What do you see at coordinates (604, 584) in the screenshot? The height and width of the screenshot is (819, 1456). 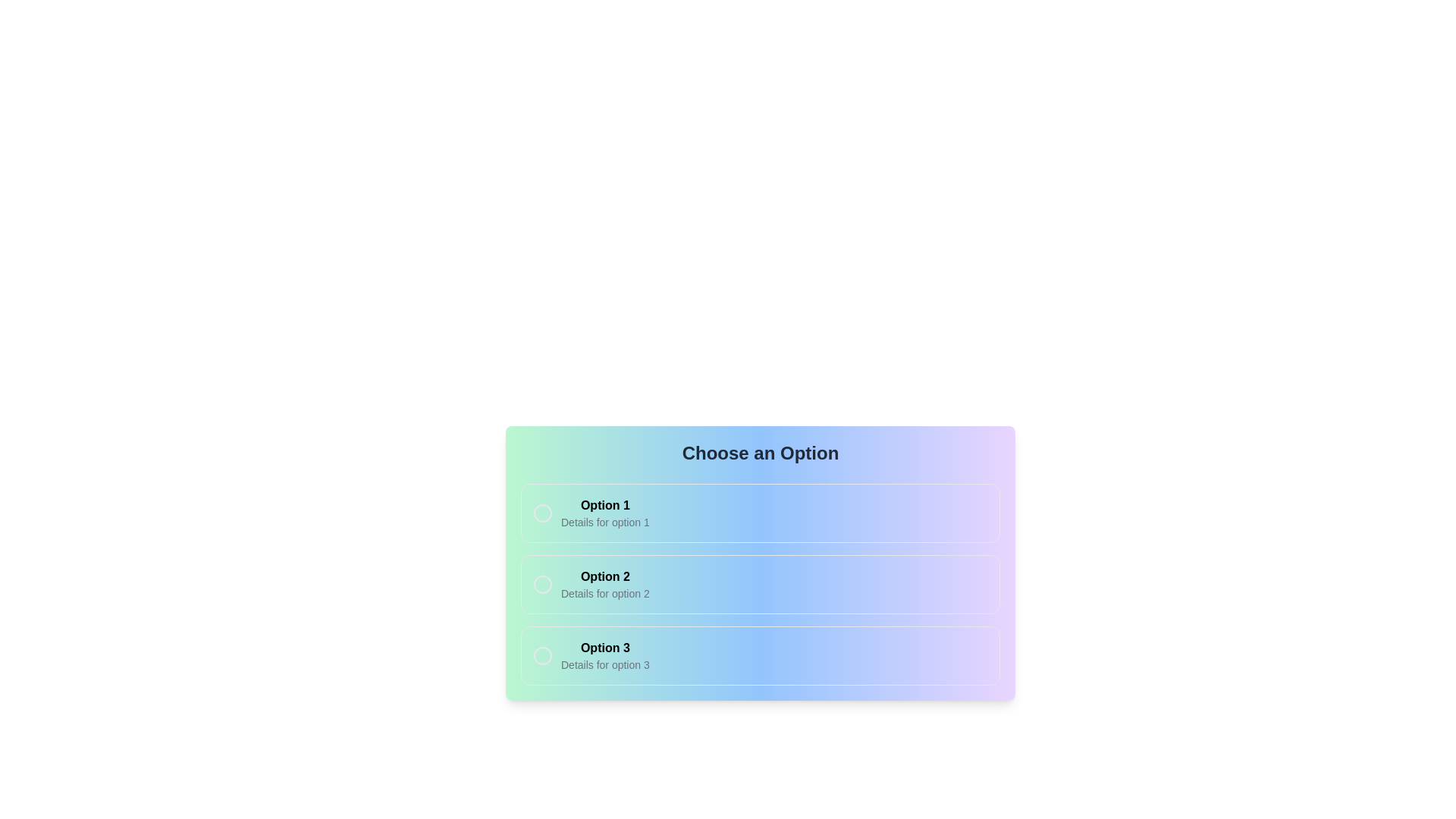 I see `the text element displaying the title and description of 'Option 2' in the list of selectable options` at bounding box center [604, 584].